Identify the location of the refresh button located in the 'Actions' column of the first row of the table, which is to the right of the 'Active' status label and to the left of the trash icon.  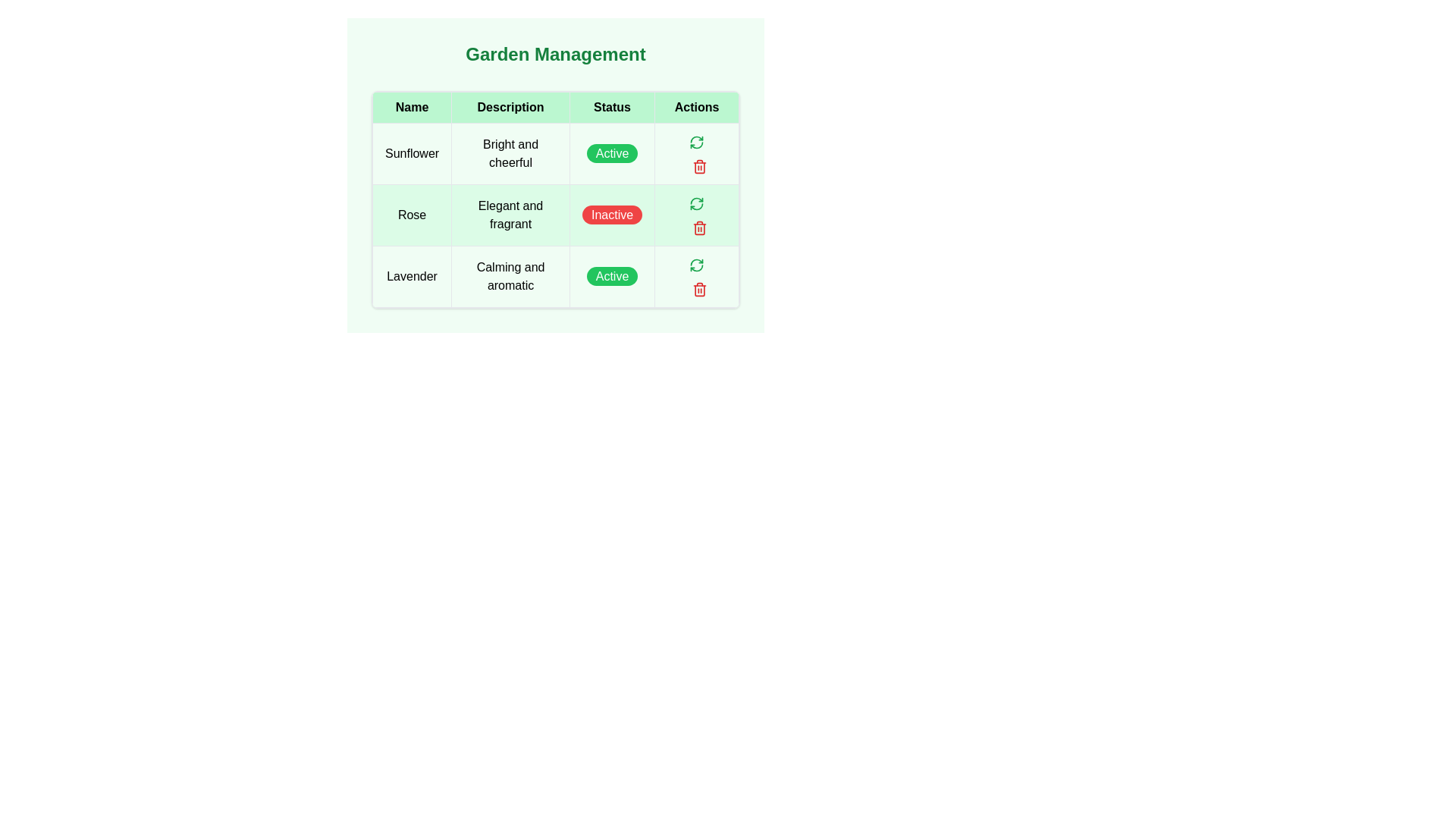
(695, 141).